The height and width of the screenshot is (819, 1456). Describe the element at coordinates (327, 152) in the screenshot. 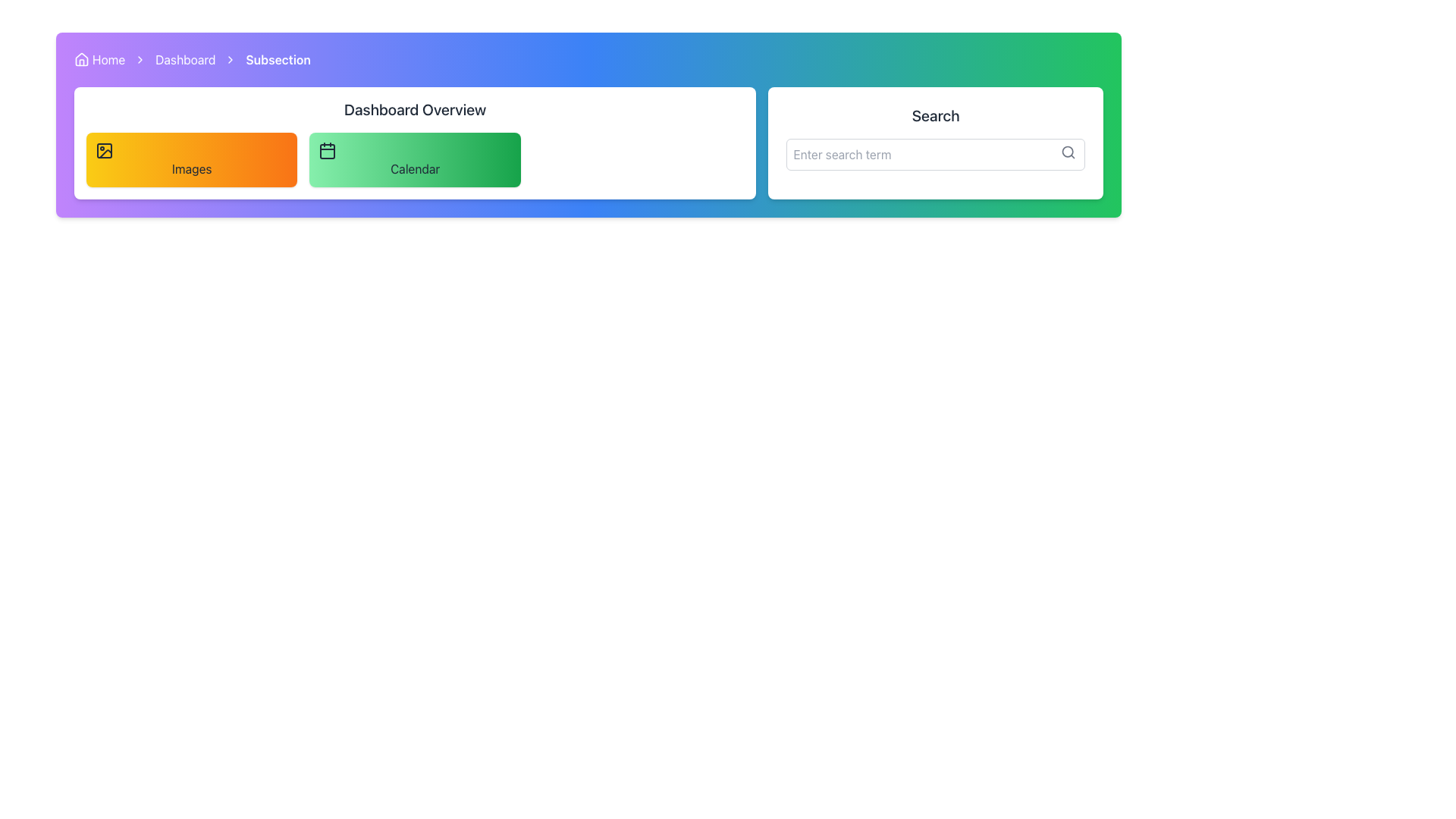

I see `the calendar icon located in the 'Calendar' button under the 'Dashboard Overview' section` at that location.